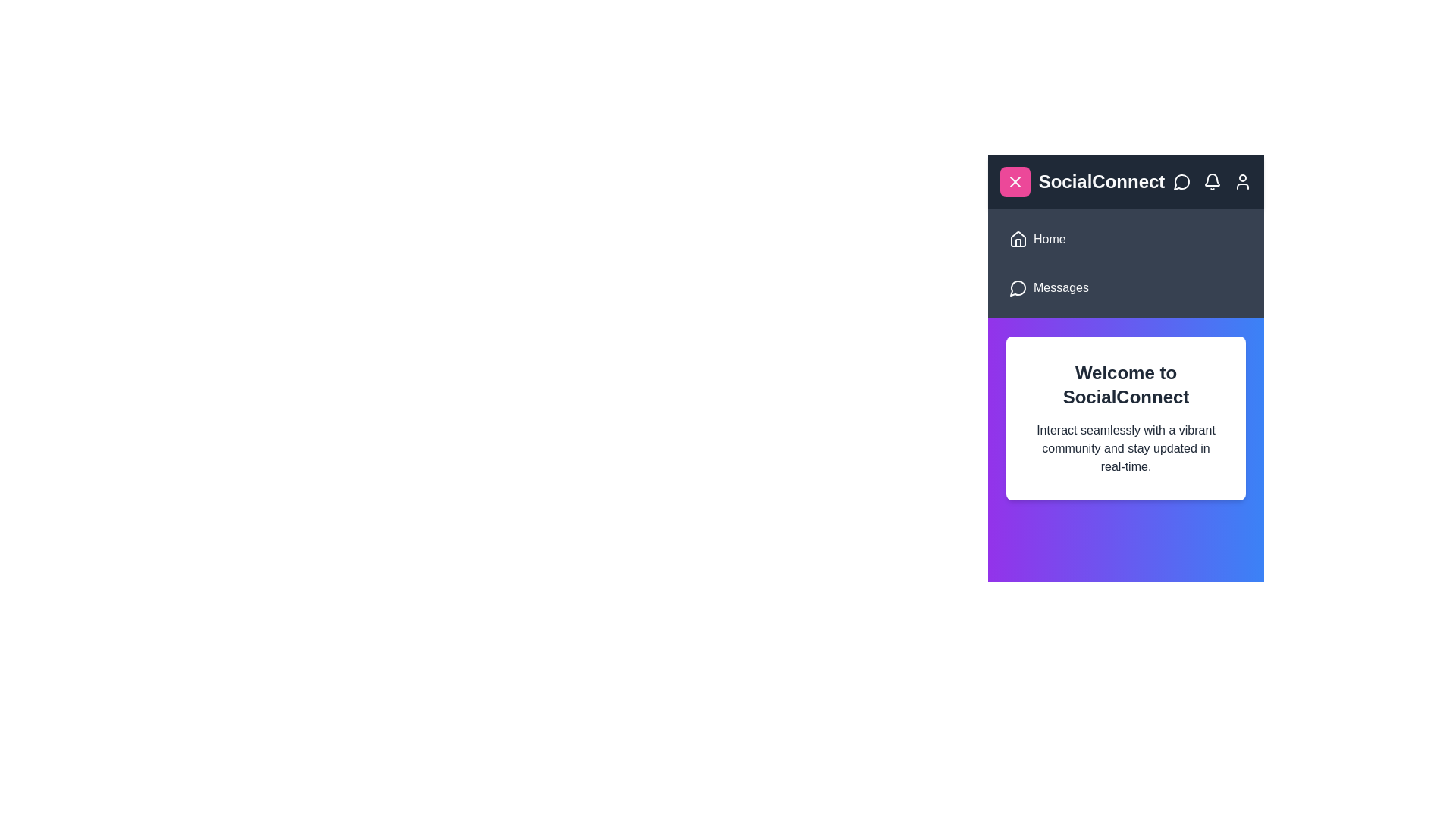 The image size is (1456, 819). Describe the element at coordinates (1048, 239) in the screenshot. I see `the 'Home' menu item in the navigation panel` at that location.